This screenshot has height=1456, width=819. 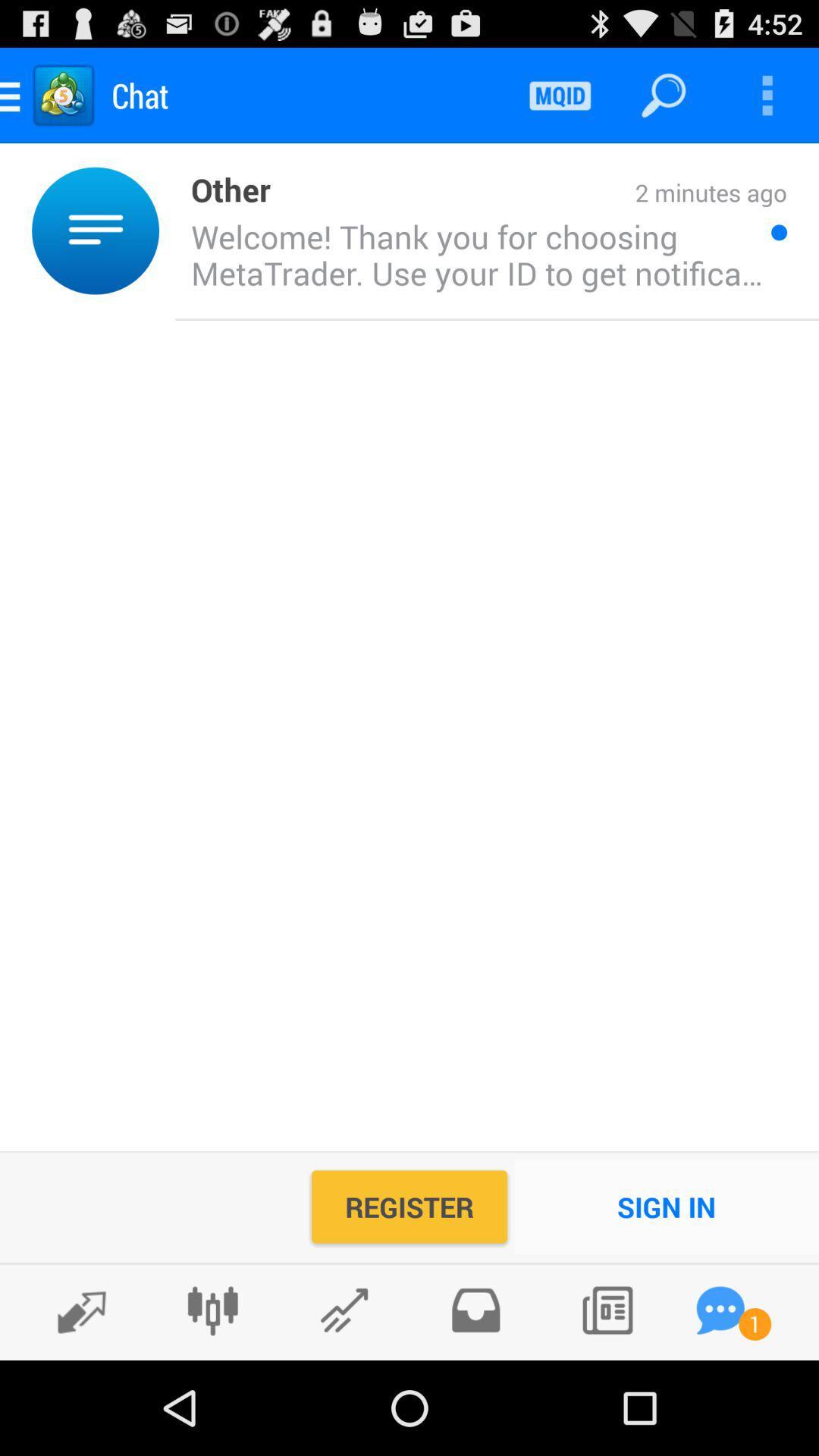 I want to click on item above the welcome thank you, so click(x=222, y=187).